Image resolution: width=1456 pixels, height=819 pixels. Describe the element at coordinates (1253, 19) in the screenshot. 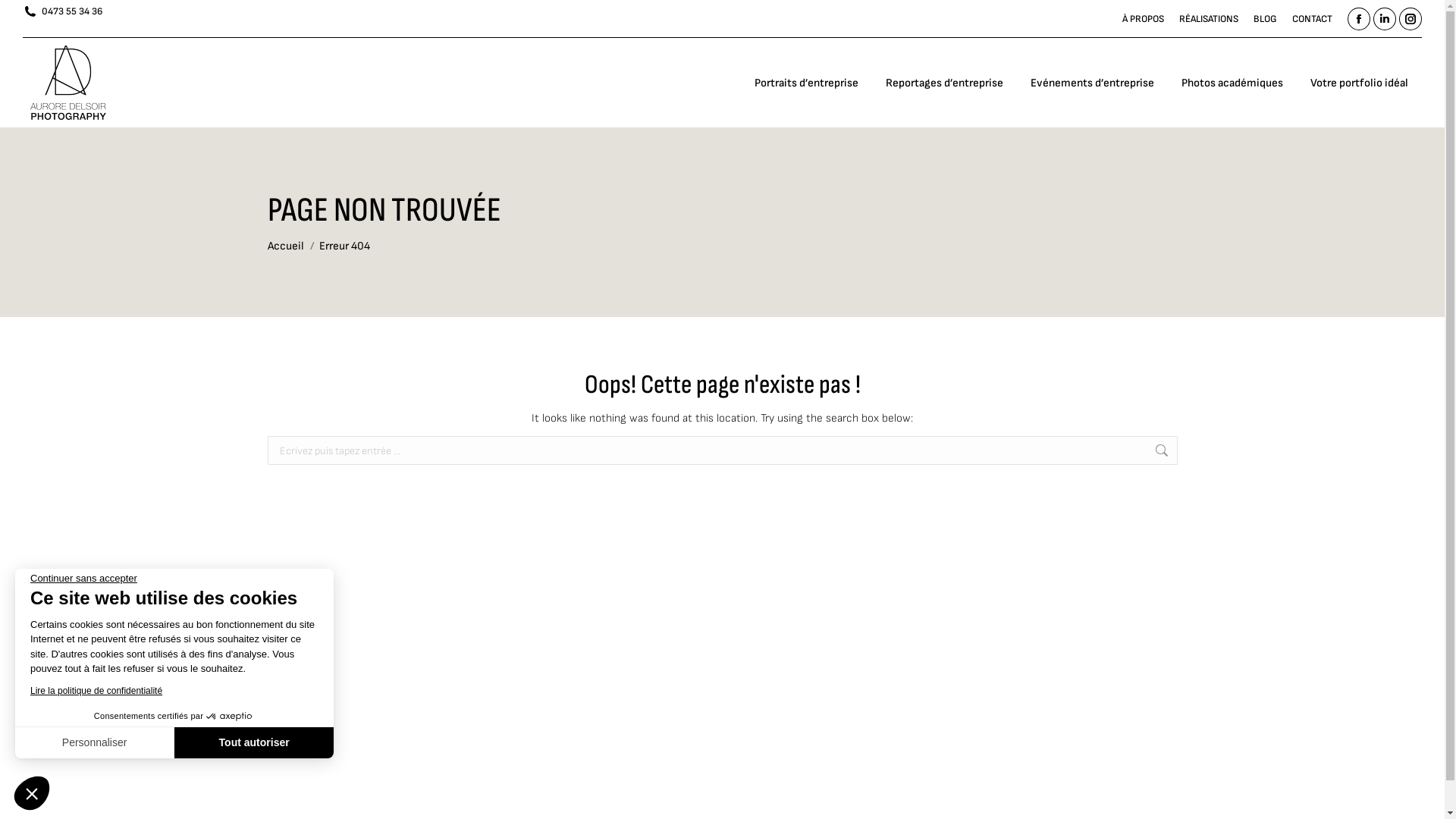

I see `'BLOG'` at that location.